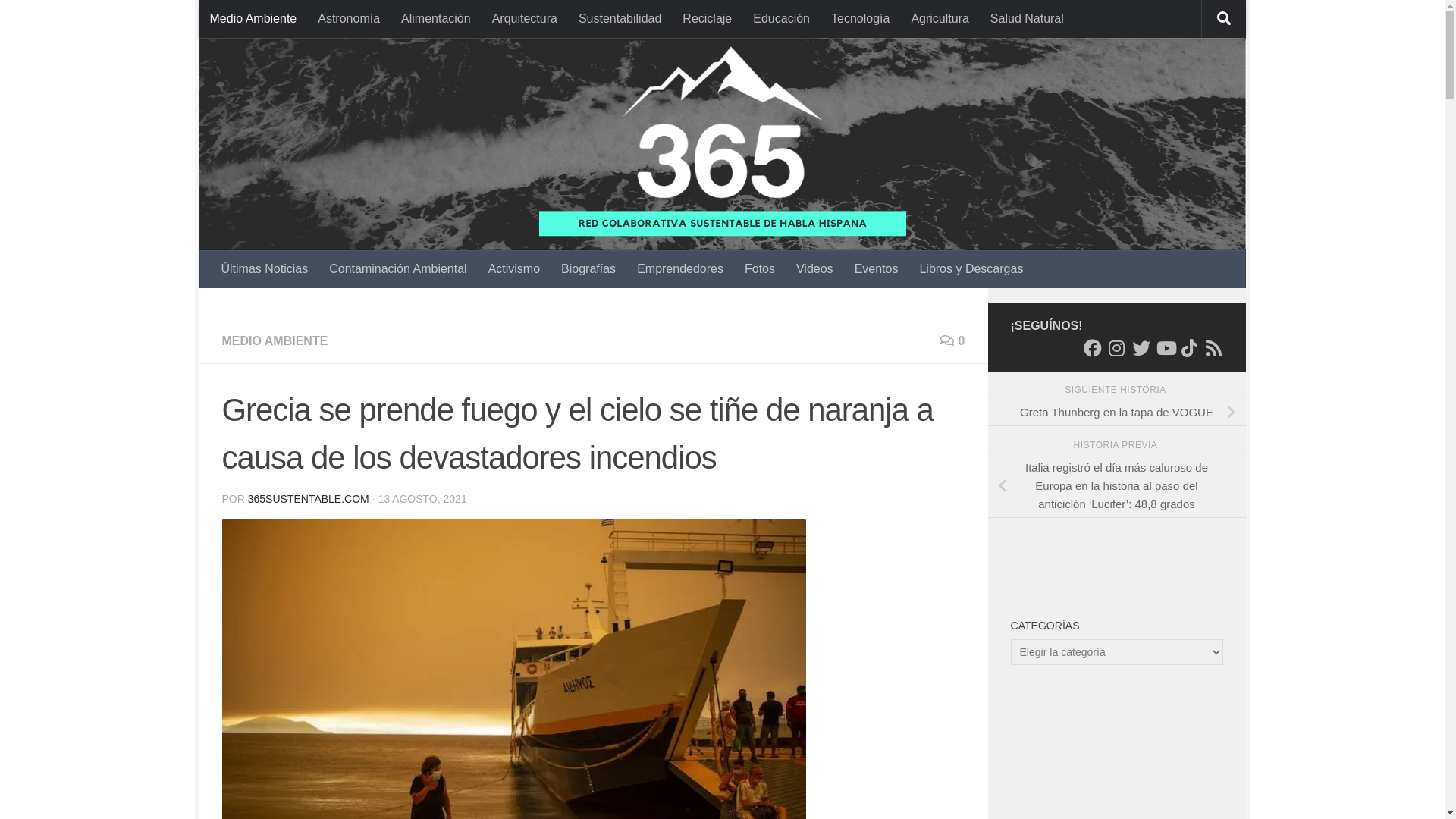  Describe the element at coordinates (308, 499) in the screenshot. I see `'365SUSTENTABLE.COM'` at that location.